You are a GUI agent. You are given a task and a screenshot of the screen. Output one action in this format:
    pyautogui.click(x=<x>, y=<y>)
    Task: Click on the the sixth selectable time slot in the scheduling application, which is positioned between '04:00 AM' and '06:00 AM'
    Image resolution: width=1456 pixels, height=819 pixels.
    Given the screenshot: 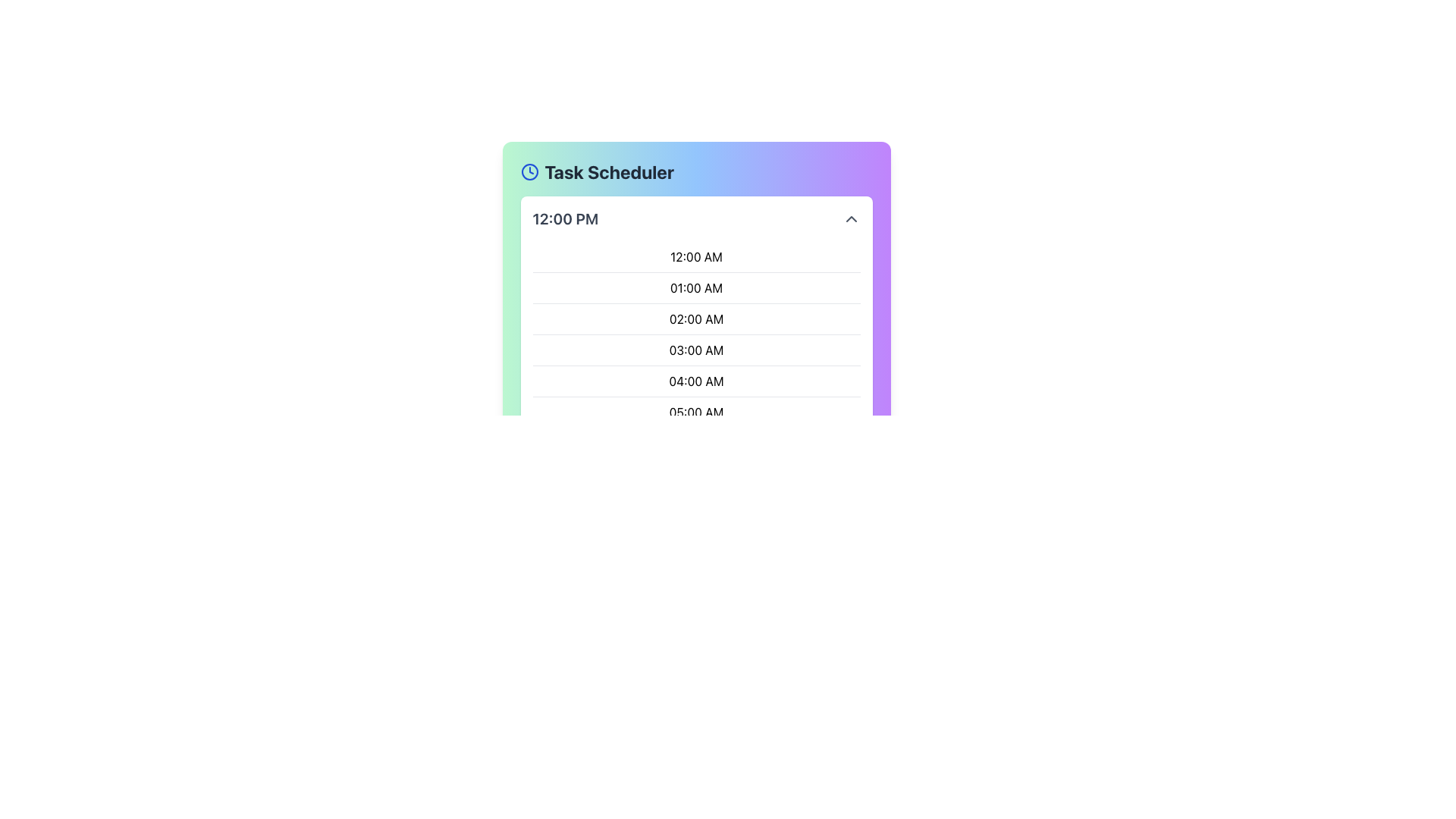 What is the action you would take?
    pyautogui.click(x=695, y=412)
    